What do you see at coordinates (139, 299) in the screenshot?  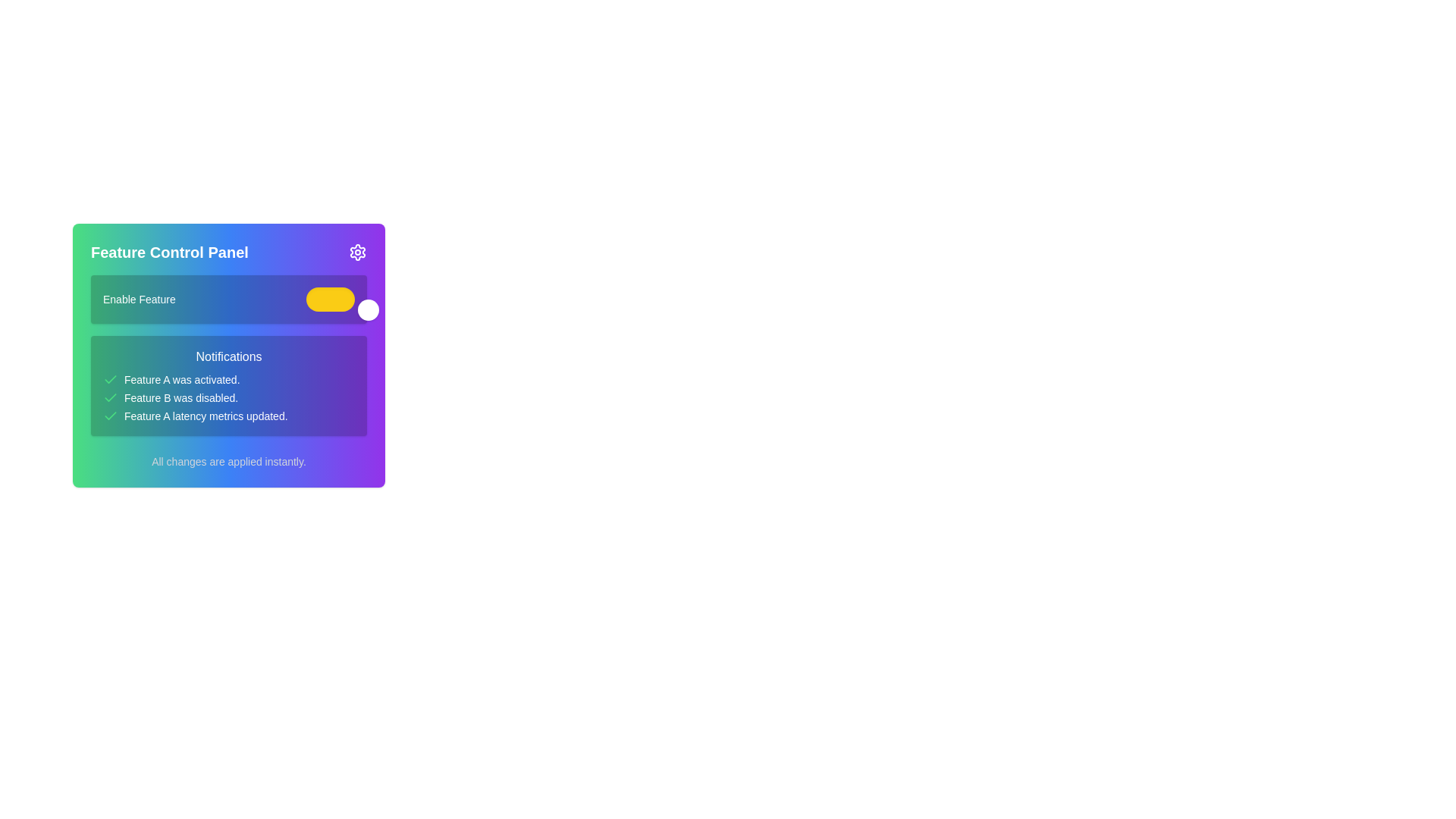 I see `the text label reading 'Enable Feature', which is styled with a small font size and positioned to the left of a toggle switch on a gradient background` at bounding box center [139, 299].